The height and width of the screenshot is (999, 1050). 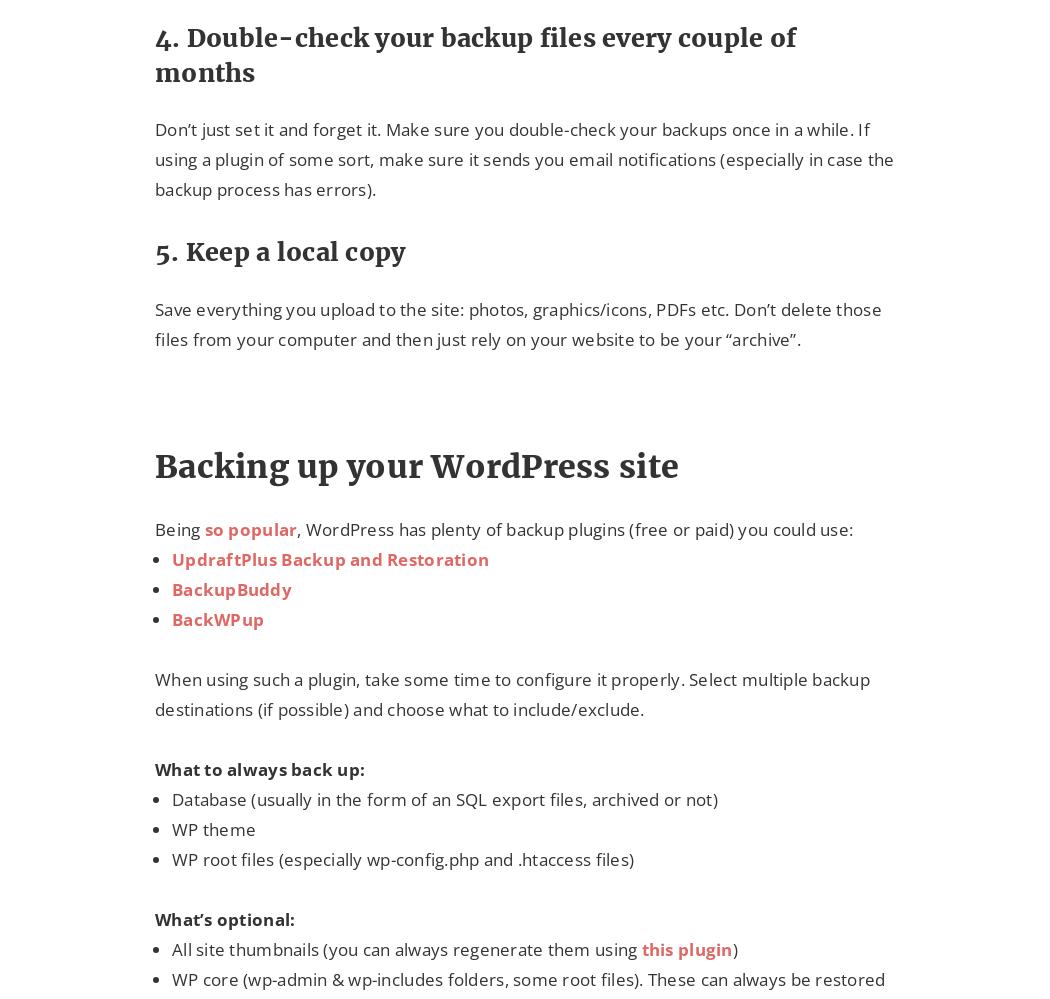 What do you see at coordinates (686, 947) in the screenshot?
I see `'this plugin'` at bounding box center [686, 947].